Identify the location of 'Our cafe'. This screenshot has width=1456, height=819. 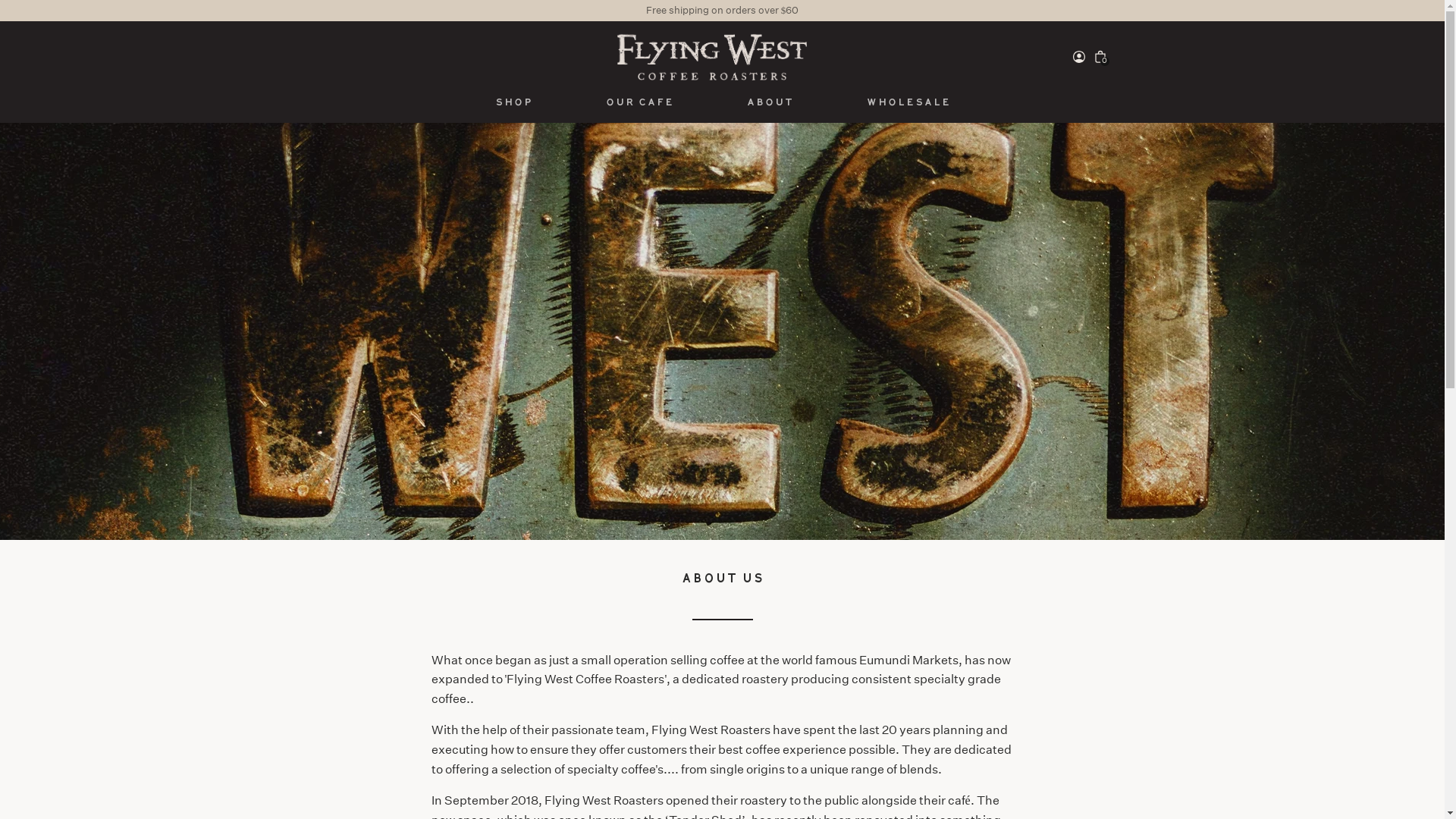
(604, 102).